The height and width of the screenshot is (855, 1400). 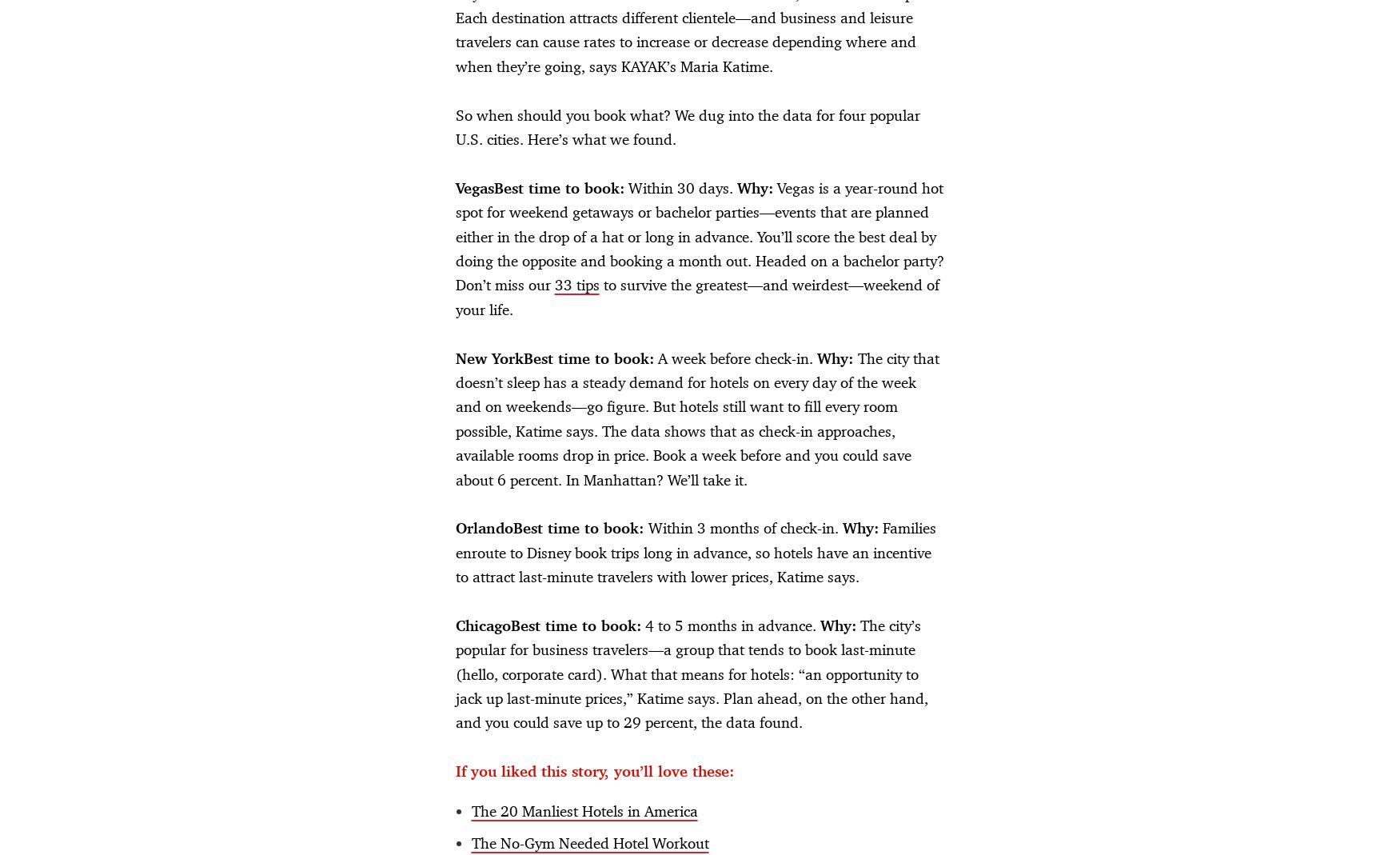 I want to click on 'Site Map', so click(x=959, y=824).